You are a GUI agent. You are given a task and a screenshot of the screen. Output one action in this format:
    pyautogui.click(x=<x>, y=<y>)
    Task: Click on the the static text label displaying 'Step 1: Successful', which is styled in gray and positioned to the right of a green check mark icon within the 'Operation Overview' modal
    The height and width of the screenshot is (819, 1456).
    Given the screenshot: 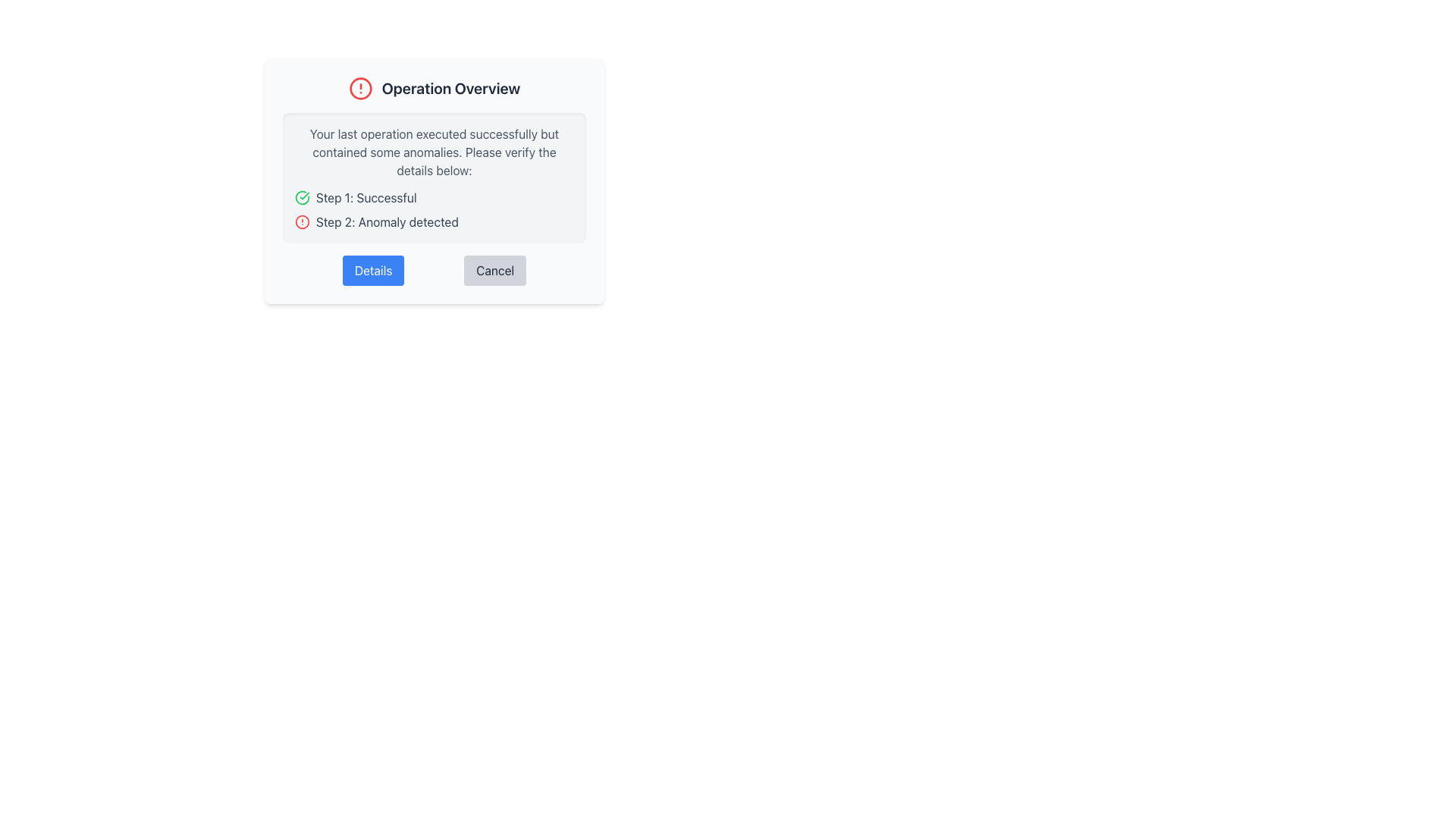 What is the action you would take?
    pyautogui.click(x=366, y=197)
    